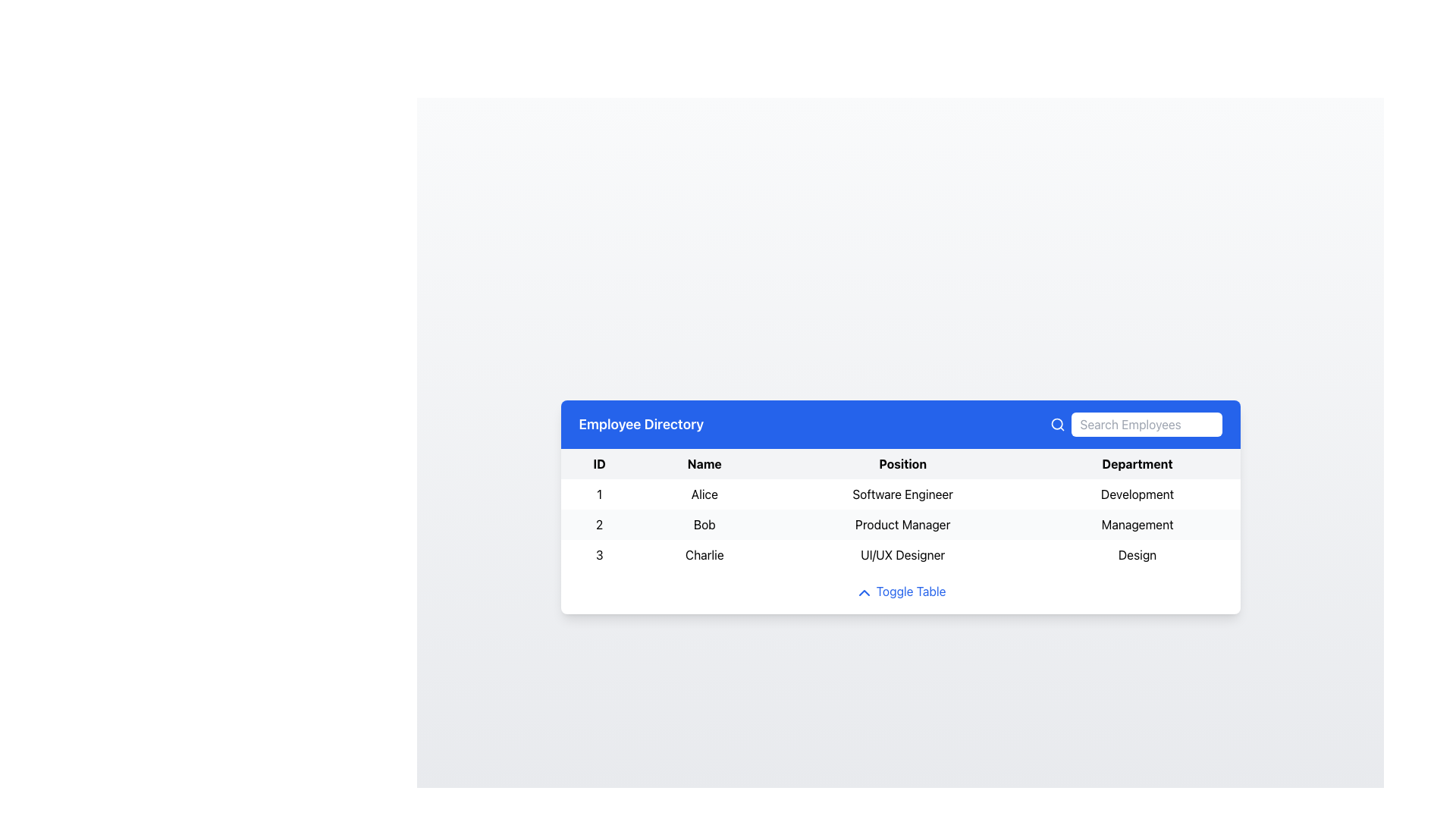 Image resolution: width=1456 pixels, height=819 pixels. I want to click on the static text element that provides information about Bob's job position in the 'Position' column of the second row of the 'Employee Directory' table, so click(902, 524).